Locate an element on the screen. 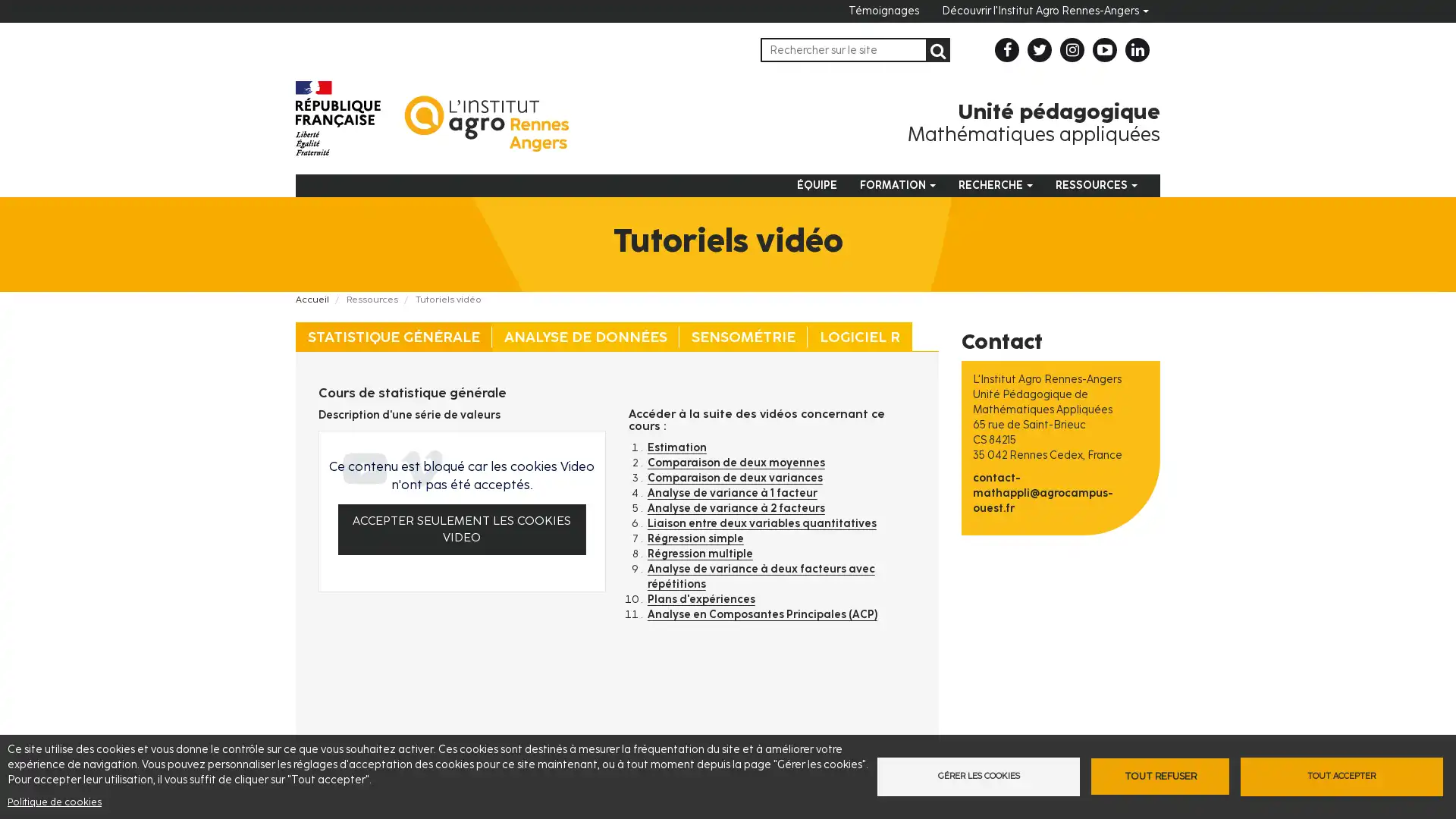  TOUT REFUSER is located at coordinates (1159, 776).